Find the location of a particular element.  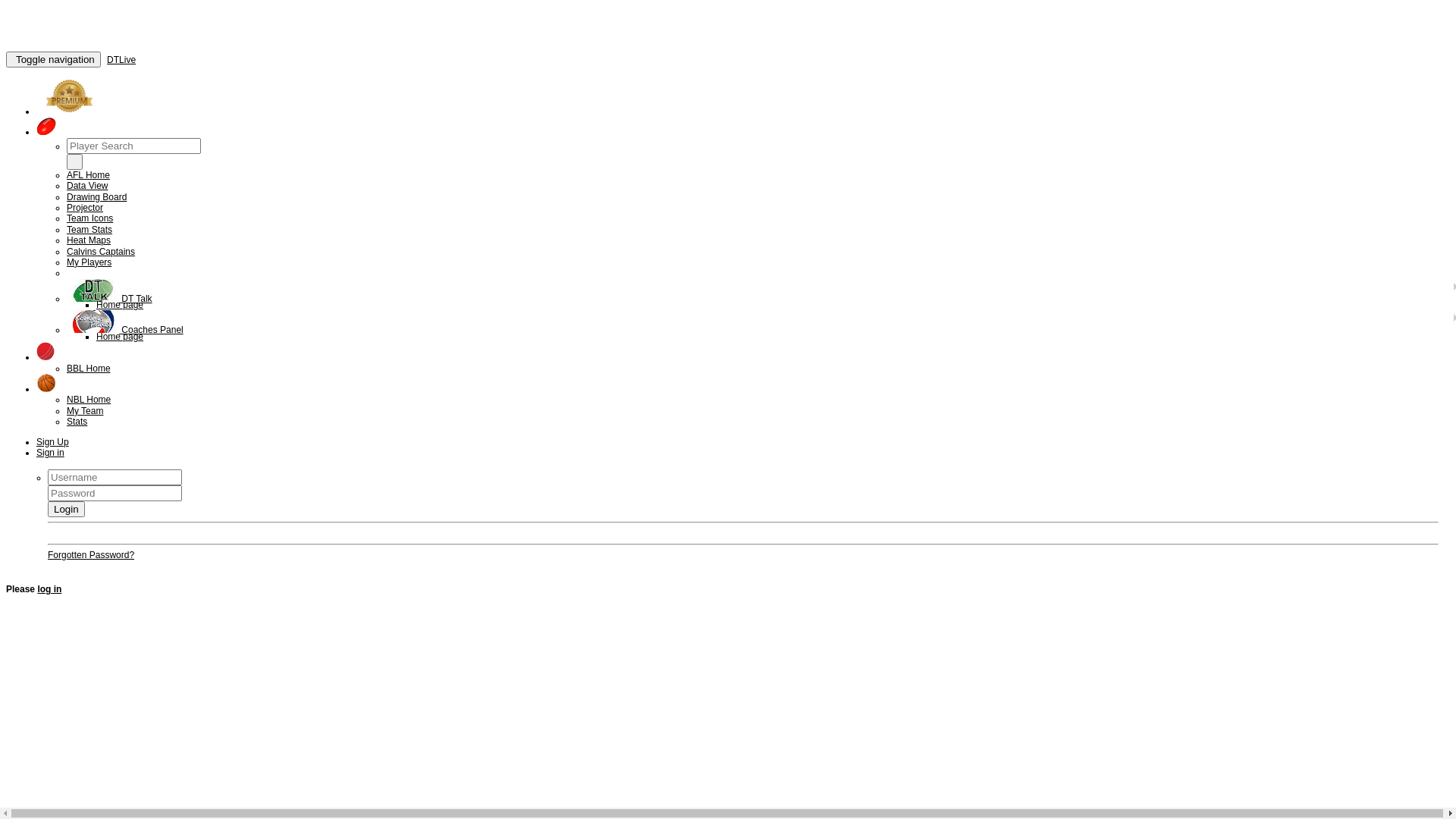

'BBL Home' is located at coordinates (87, 369).